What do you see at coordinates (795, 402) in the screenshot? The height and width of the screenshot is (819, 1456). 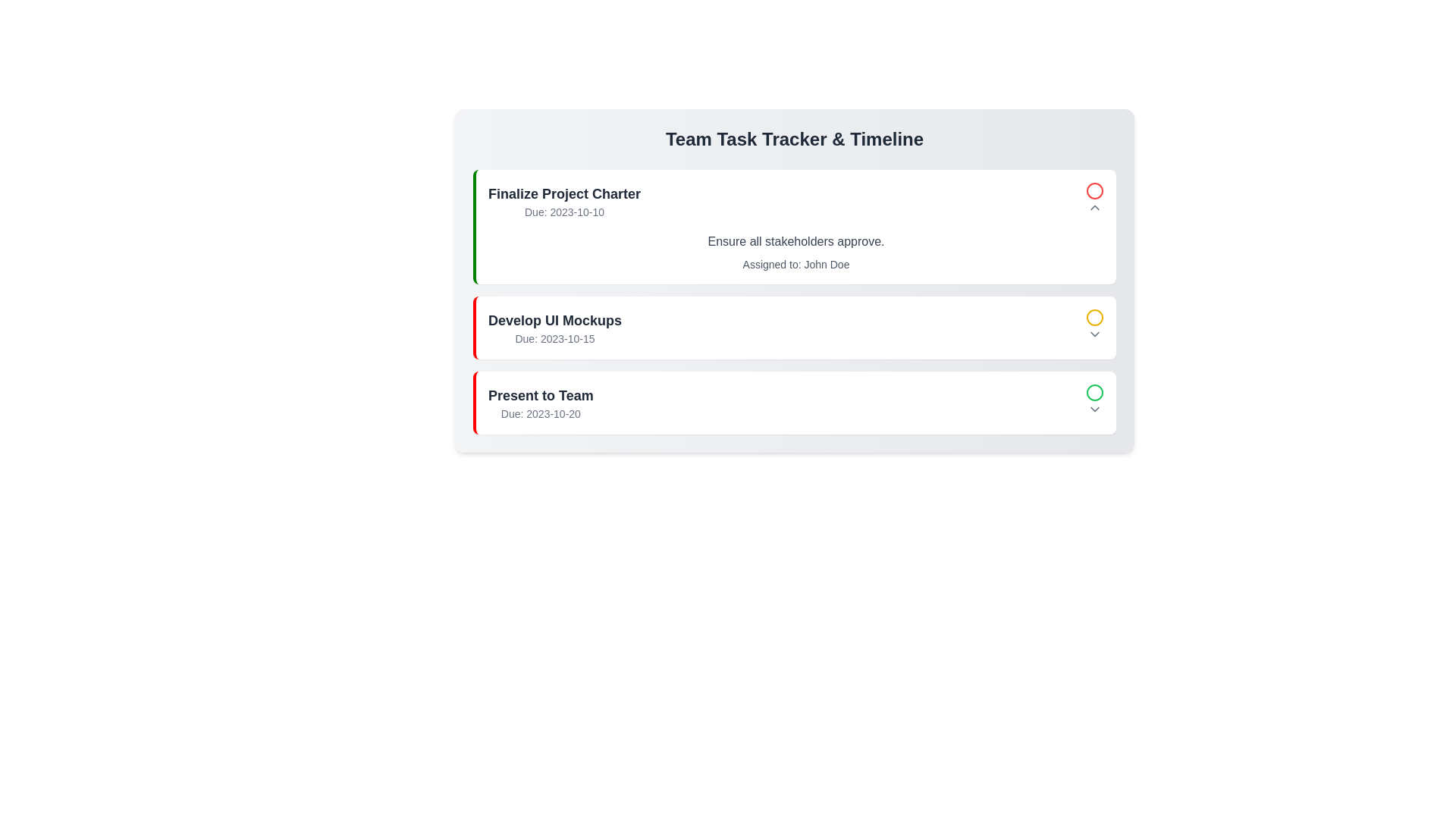 I see `the third task card in the task management tool, which is positioned below the 'Develop UI Mockups' card and has a red border on its left` at bounding box center [795, 402].